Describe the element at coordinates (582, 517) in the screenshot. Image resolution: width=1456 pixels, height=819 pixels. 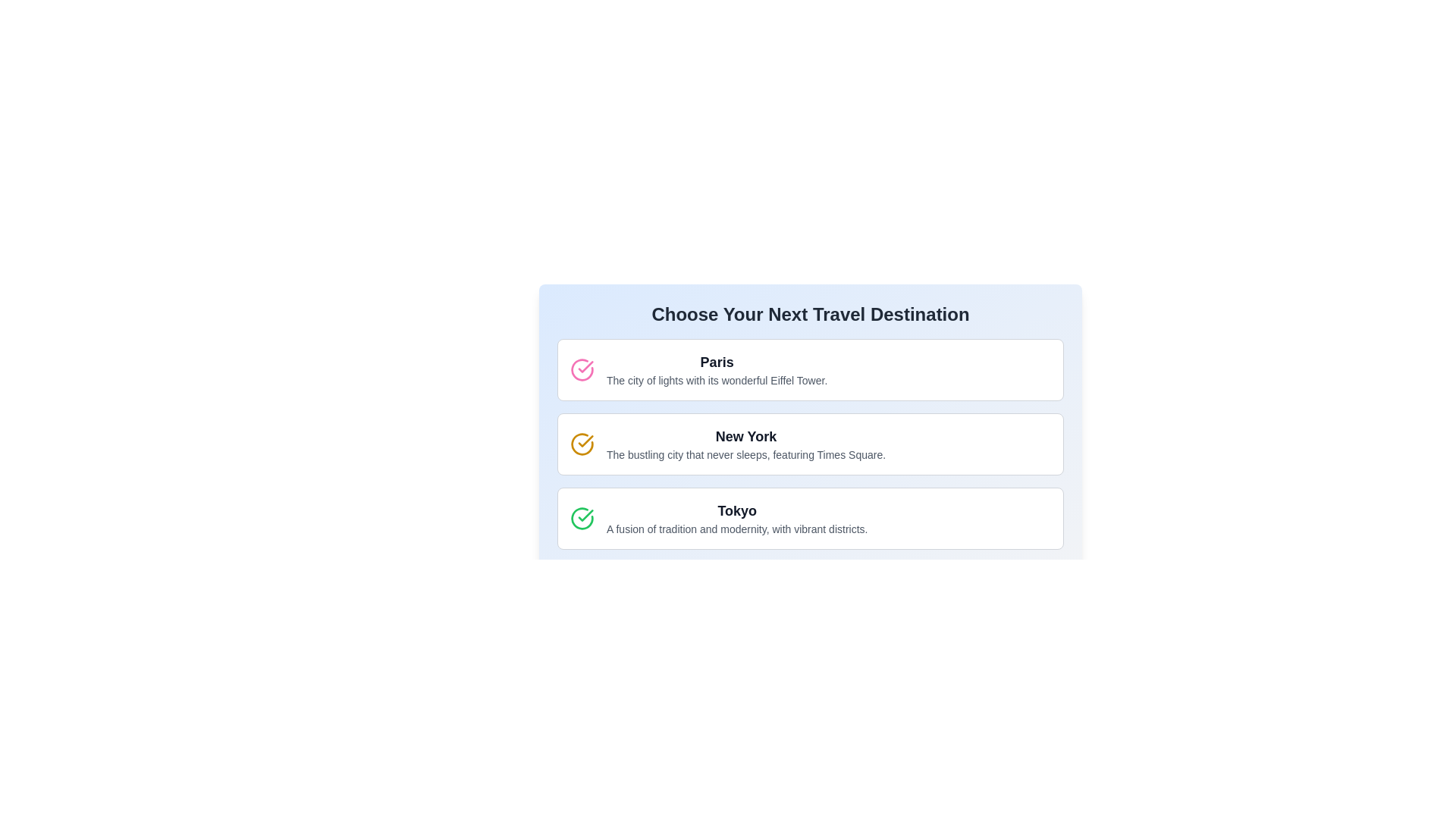
I see `the icon representing the 'Tokyo' option, which is the leftmost item in the third row of options` at that location.